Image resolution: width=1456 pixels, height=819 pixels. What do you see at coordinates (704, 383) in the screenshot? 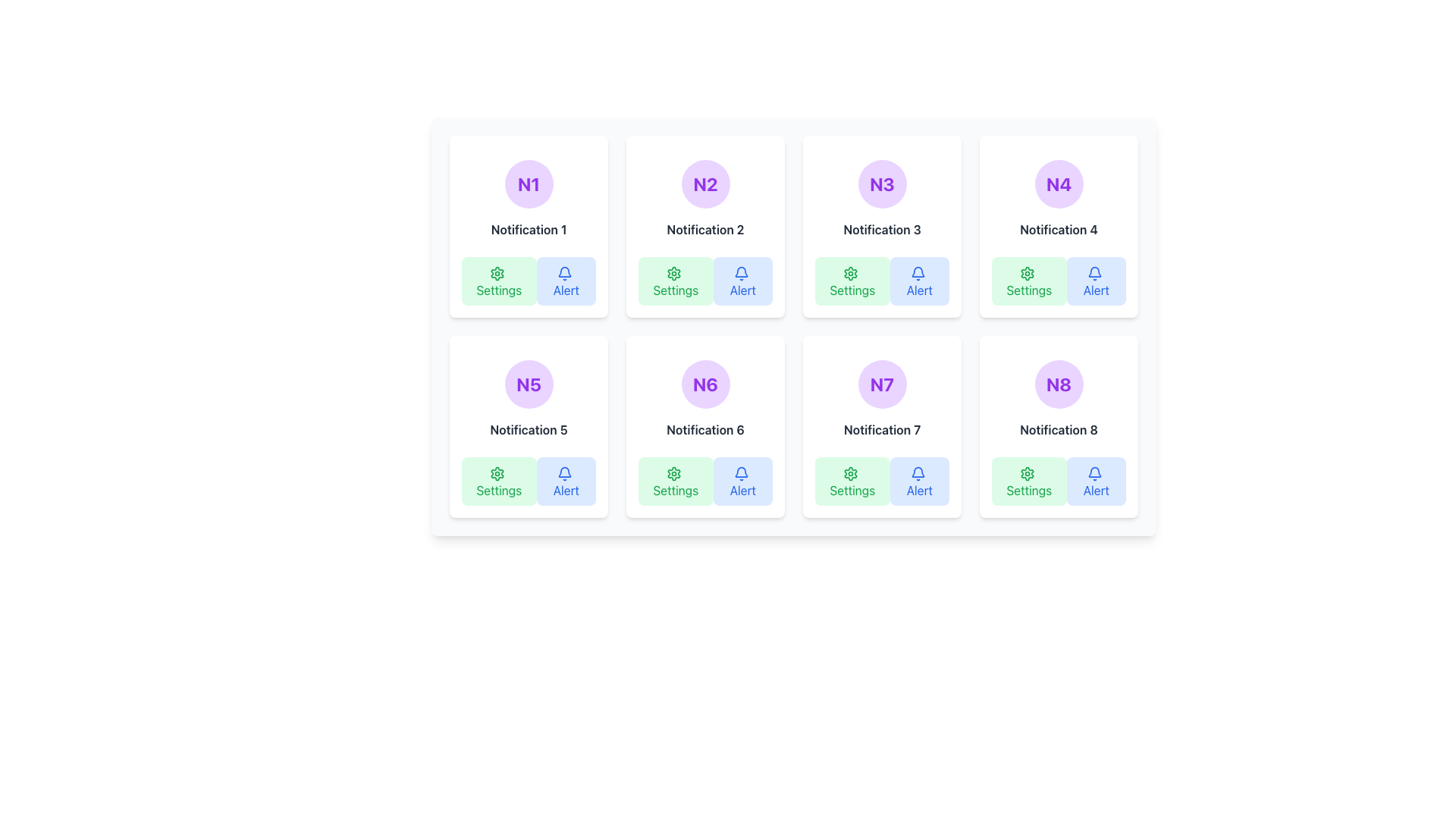
I see `the text label or badge displaying the identifier 'N6' located in the second row, third column of the grid layout` at bounding box center [704, 383].